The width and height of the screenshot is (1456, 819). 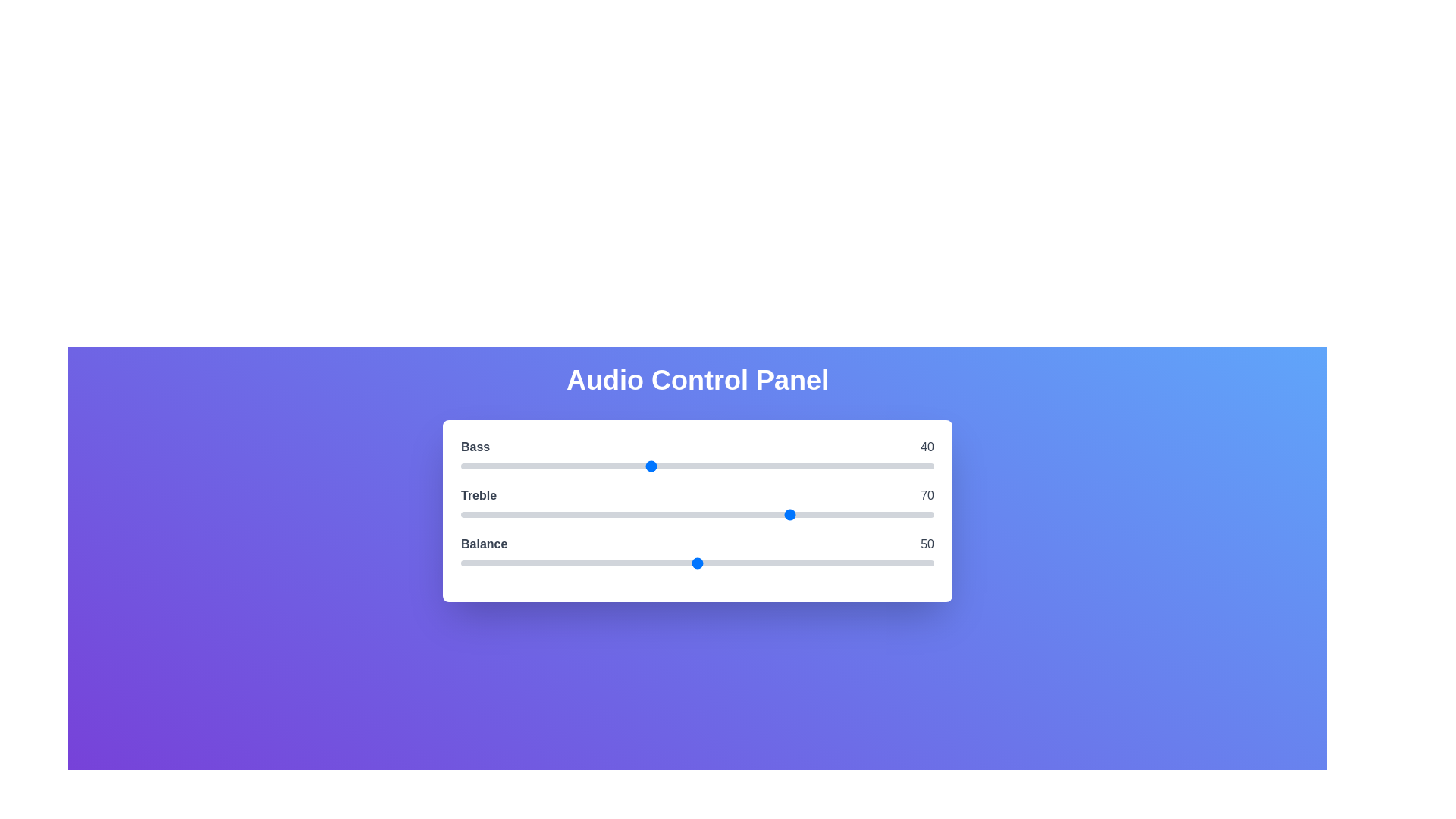 I want to click on the 1 slider to 65, so click(x=768, y=513).